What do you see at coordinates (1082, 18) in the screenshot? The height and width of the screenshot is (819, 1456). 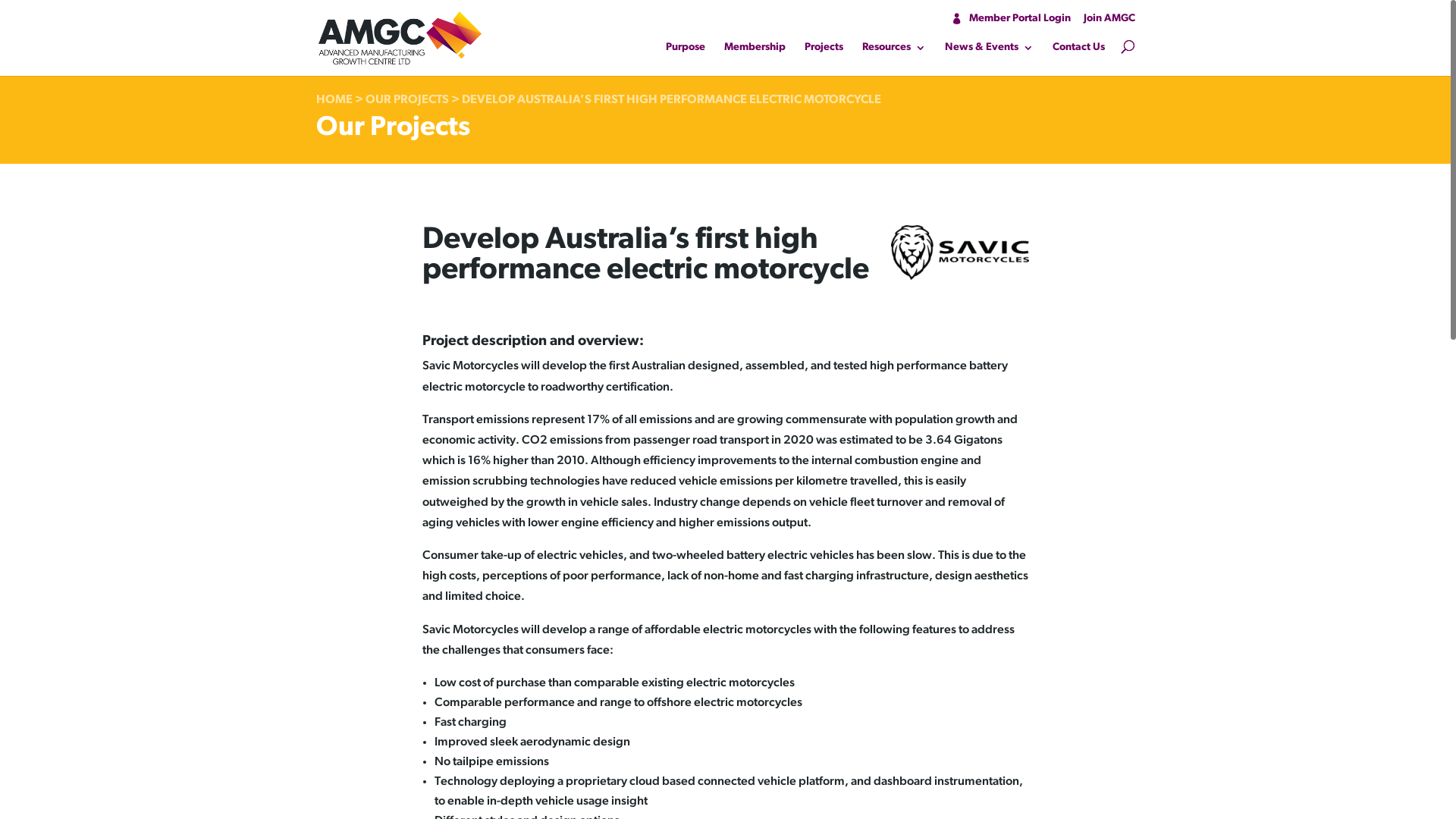 I see `'Join AMGC'` at bounding box center [1082, 18].